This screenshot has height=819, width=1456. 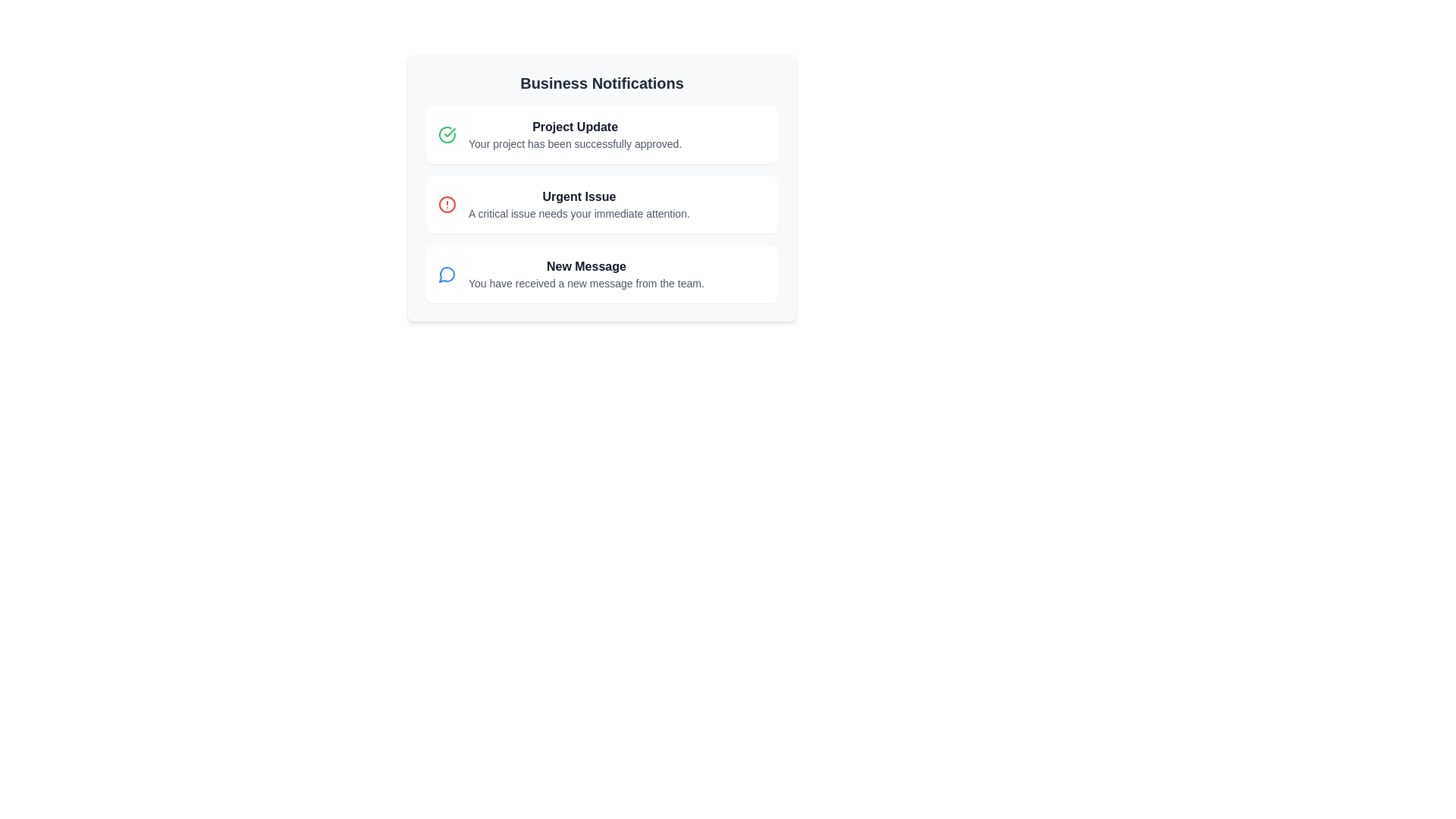 What do you see at coordinates (578, 196) in the screenshot?
I see `the text element labeled 'Urgent Issue', which is styled in bold font and located at the top-center of a notification card` at bounding box center [578, 196].